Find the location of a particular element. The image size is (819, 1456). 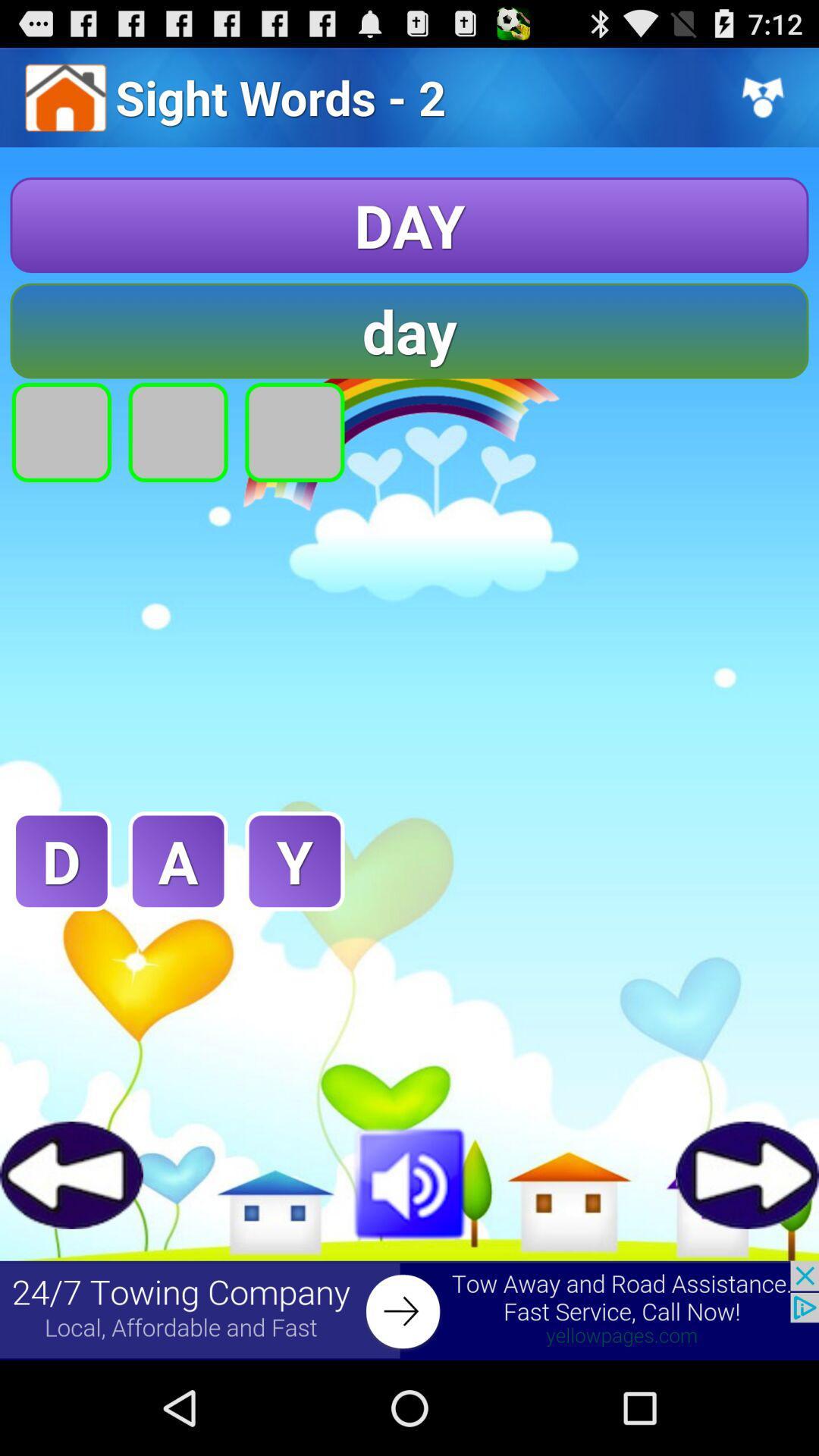

advance forward is located at coordinates (746, 1174).